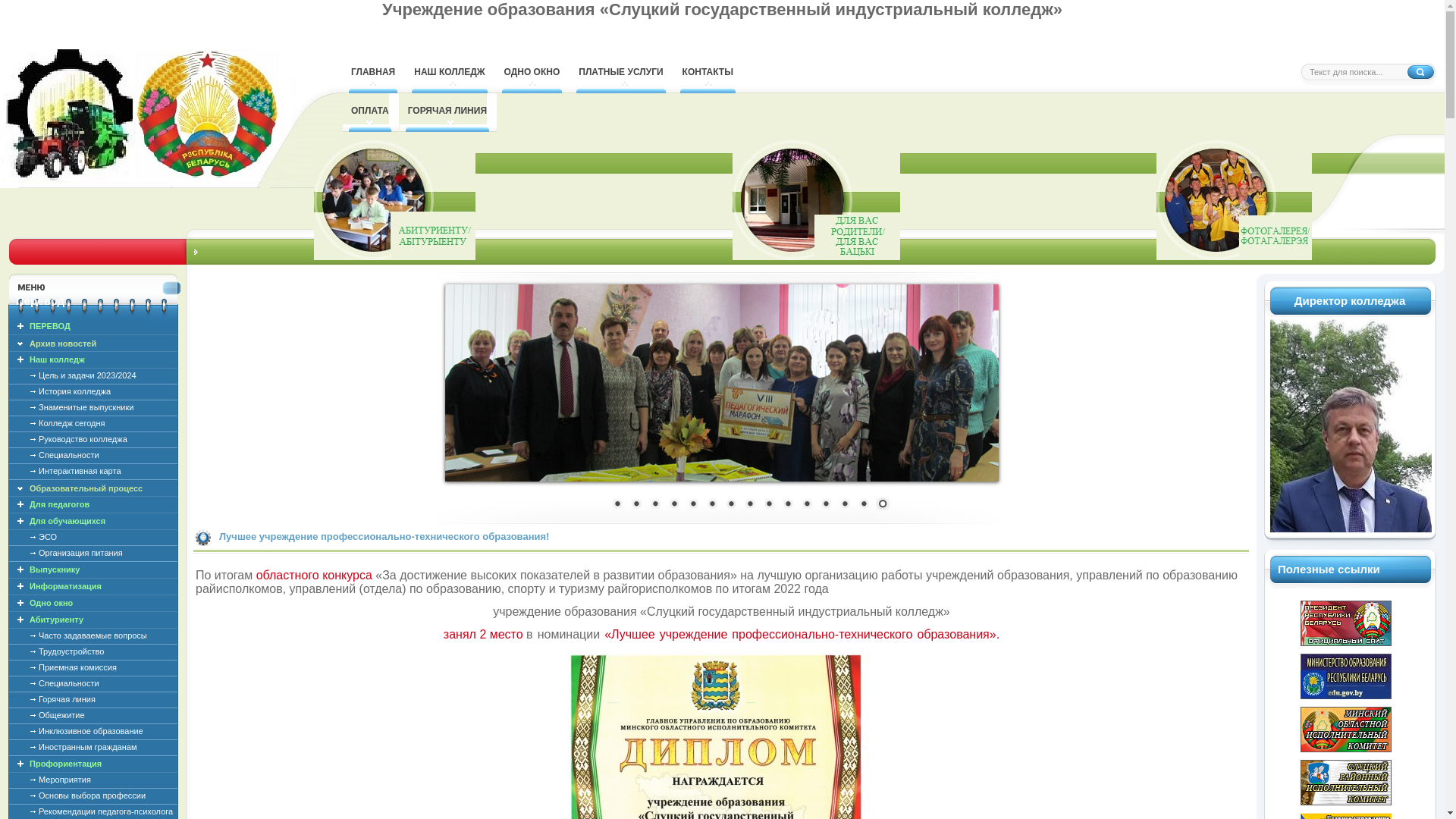 The image size is (1456, 819). I want to click on '6', so click(711, 505).